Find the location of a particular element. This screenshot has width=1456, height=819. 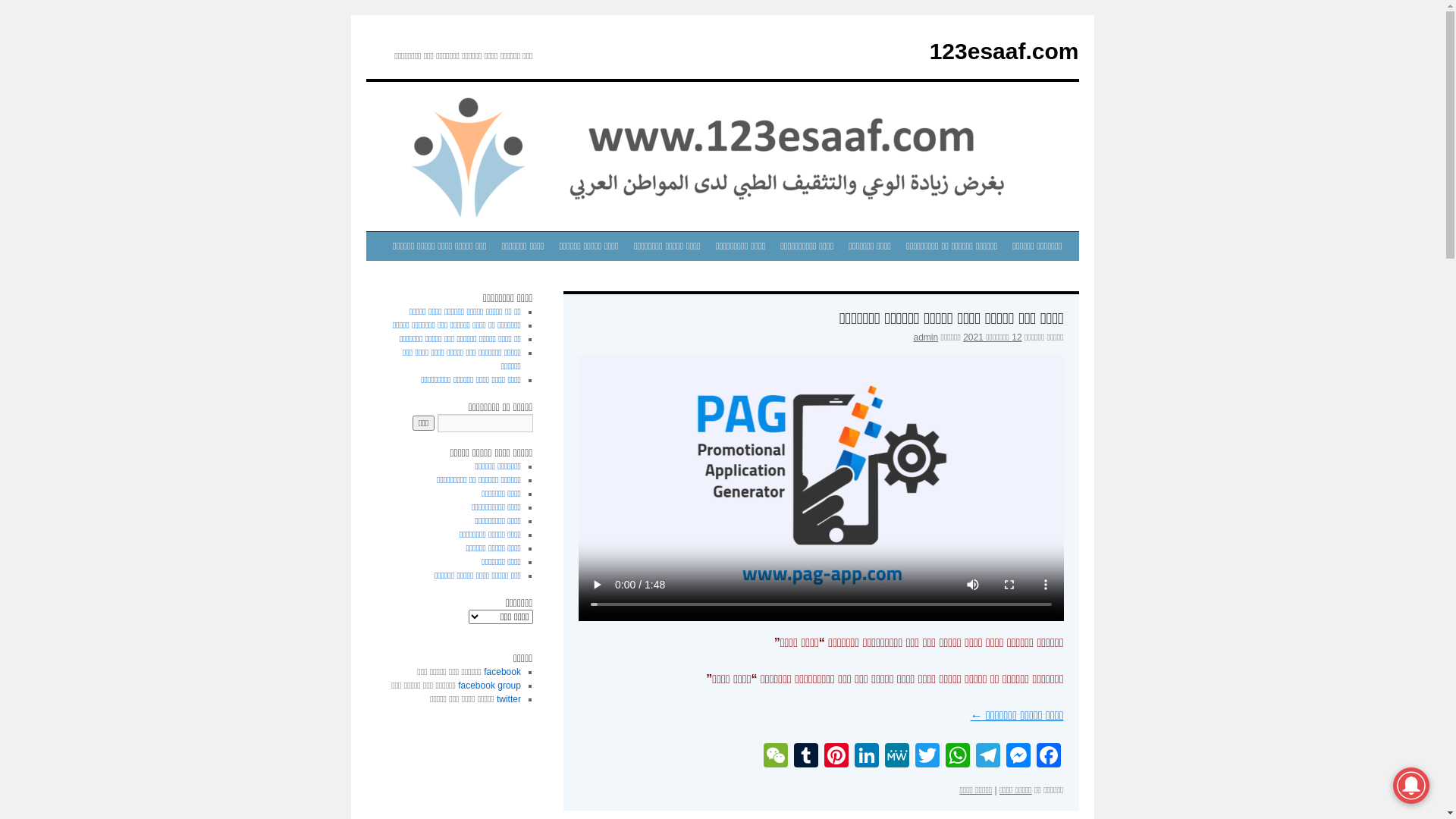

'twitter' is located at coordinates (509, 698).